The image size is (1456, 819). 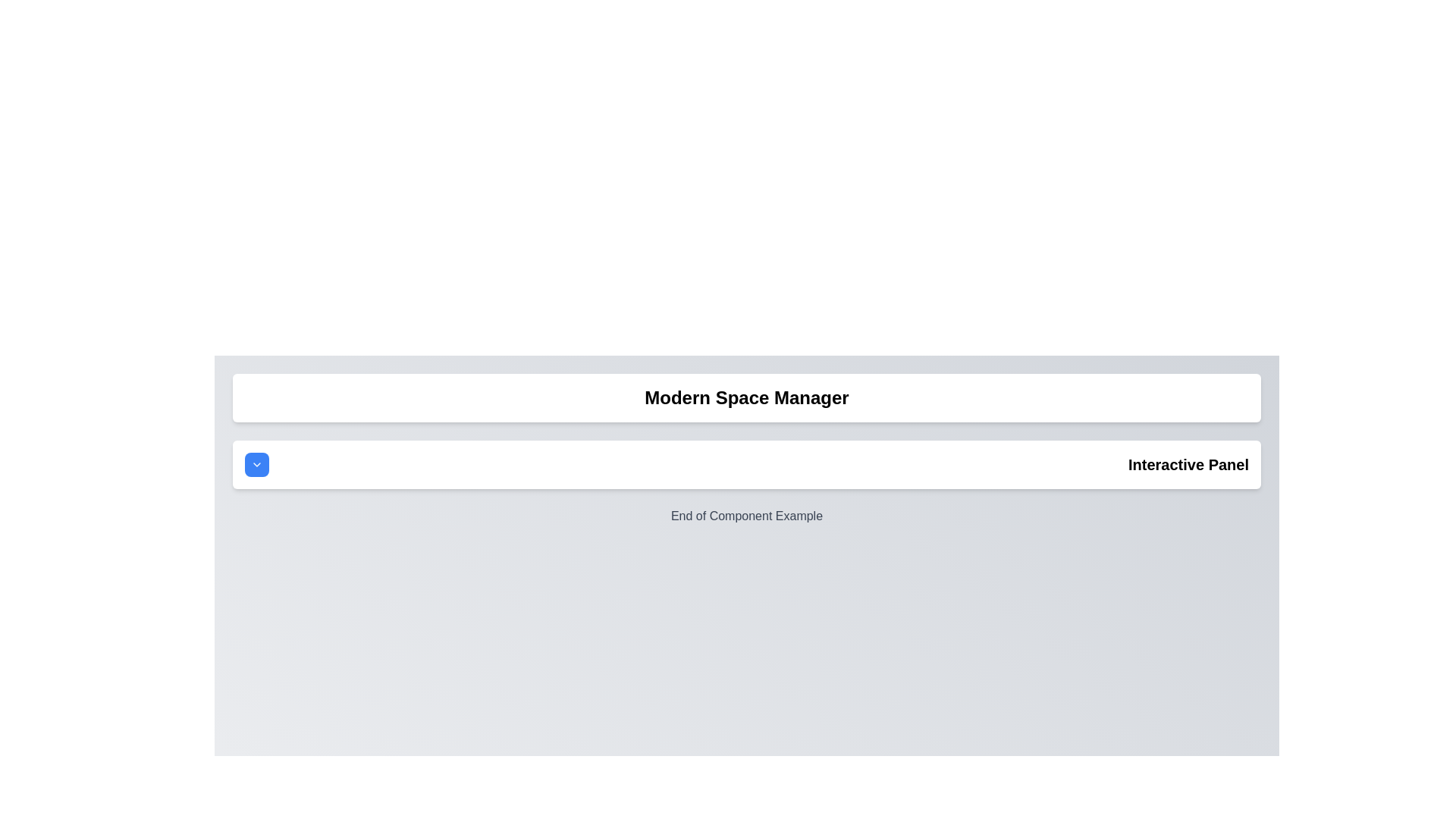 I want to click on the static text label that indicates the conclusion of a component section, located at the bottom of the vertically arranged layout, so click(x=746, y=516).